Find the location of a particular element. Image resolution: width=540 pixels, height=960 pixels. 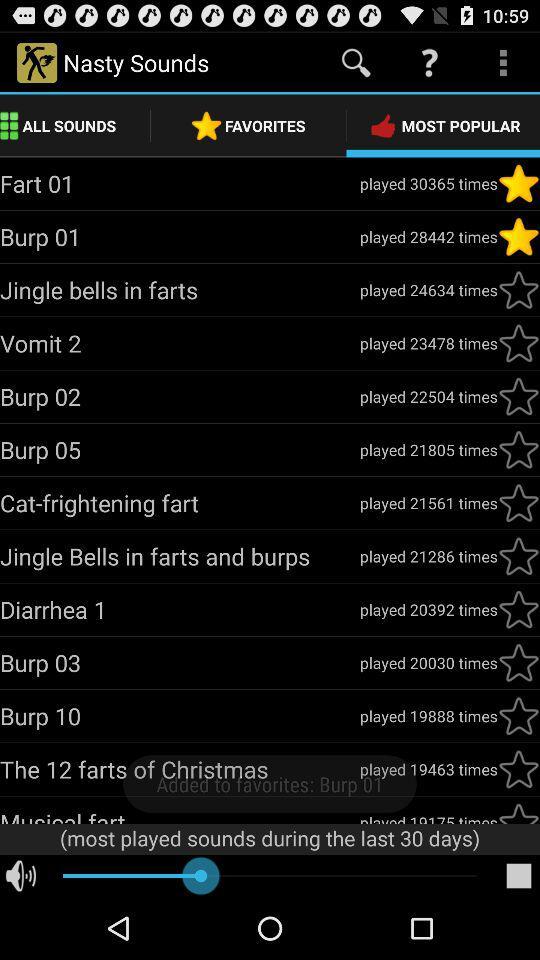

favorite is located at coordinates (518, 450).